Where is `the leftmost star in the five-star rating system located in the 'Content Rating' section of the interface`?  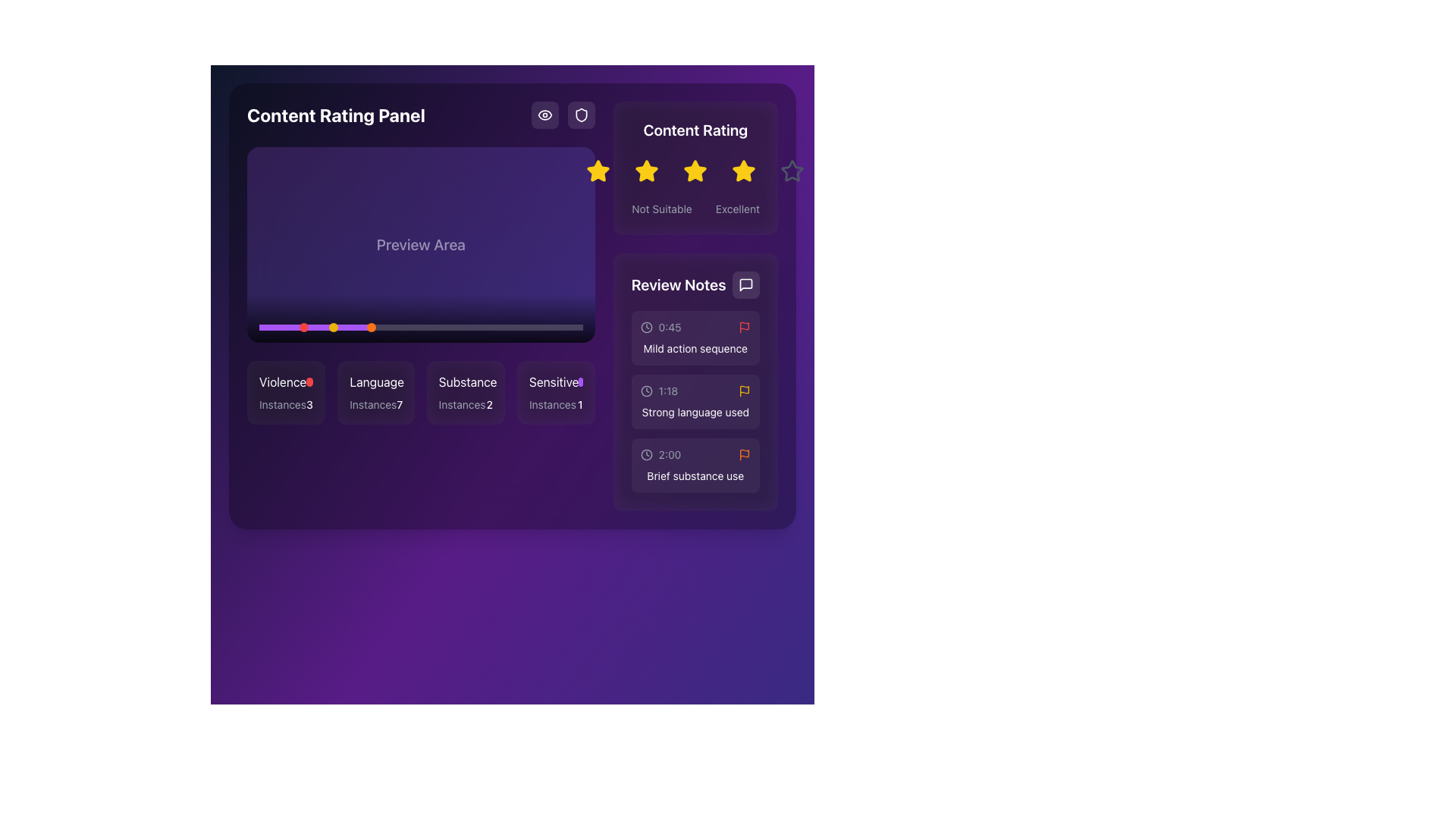
the leftmost star in the five-star rating system located in the 'Content Rating' section of the interface is located at coordinates (598, 171).